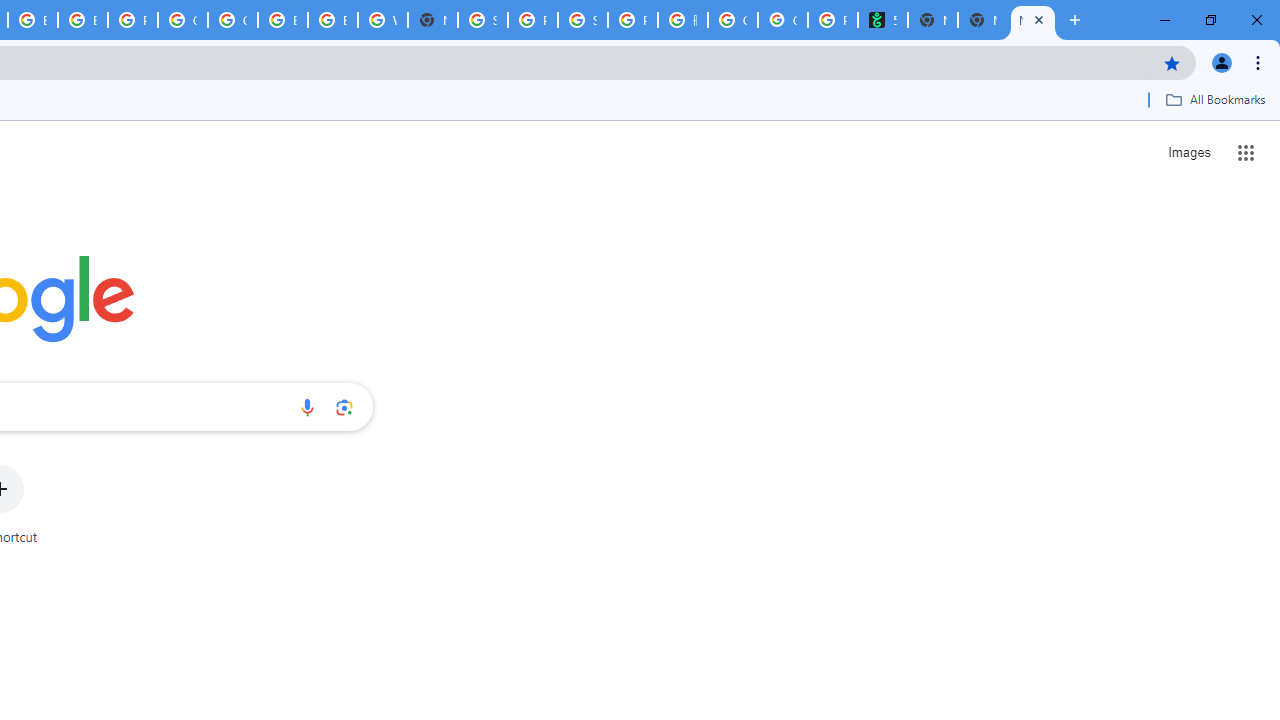 This screenshot has height=720, width=1280. What do you see at coordinates (483, 20) in the screenshot?
I see `'Sign in - Google Accounts'` at bounding box center [483, 20].